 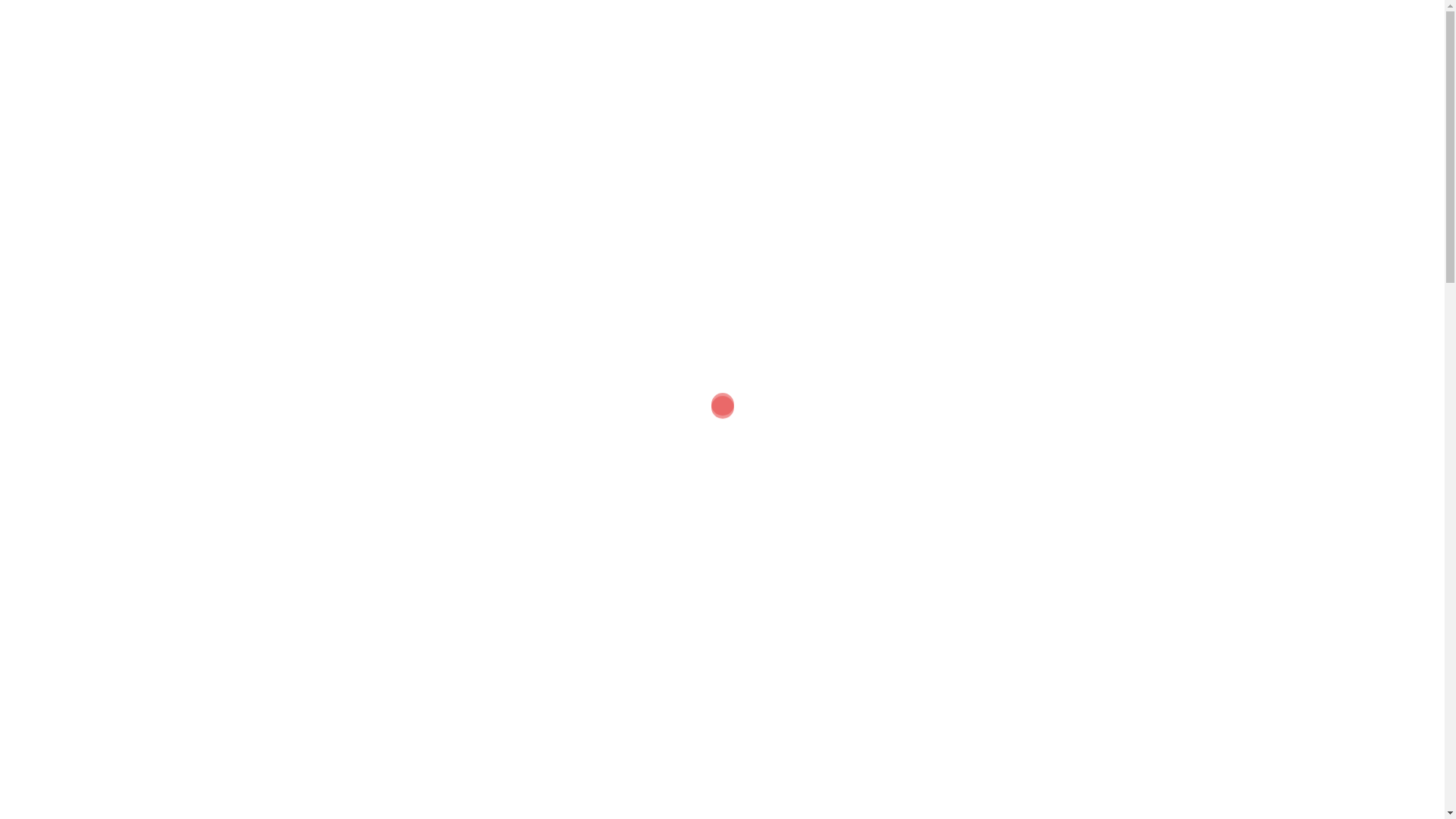 I want to click on 'Speed dating Melbourne', so click(x=366, y=42).